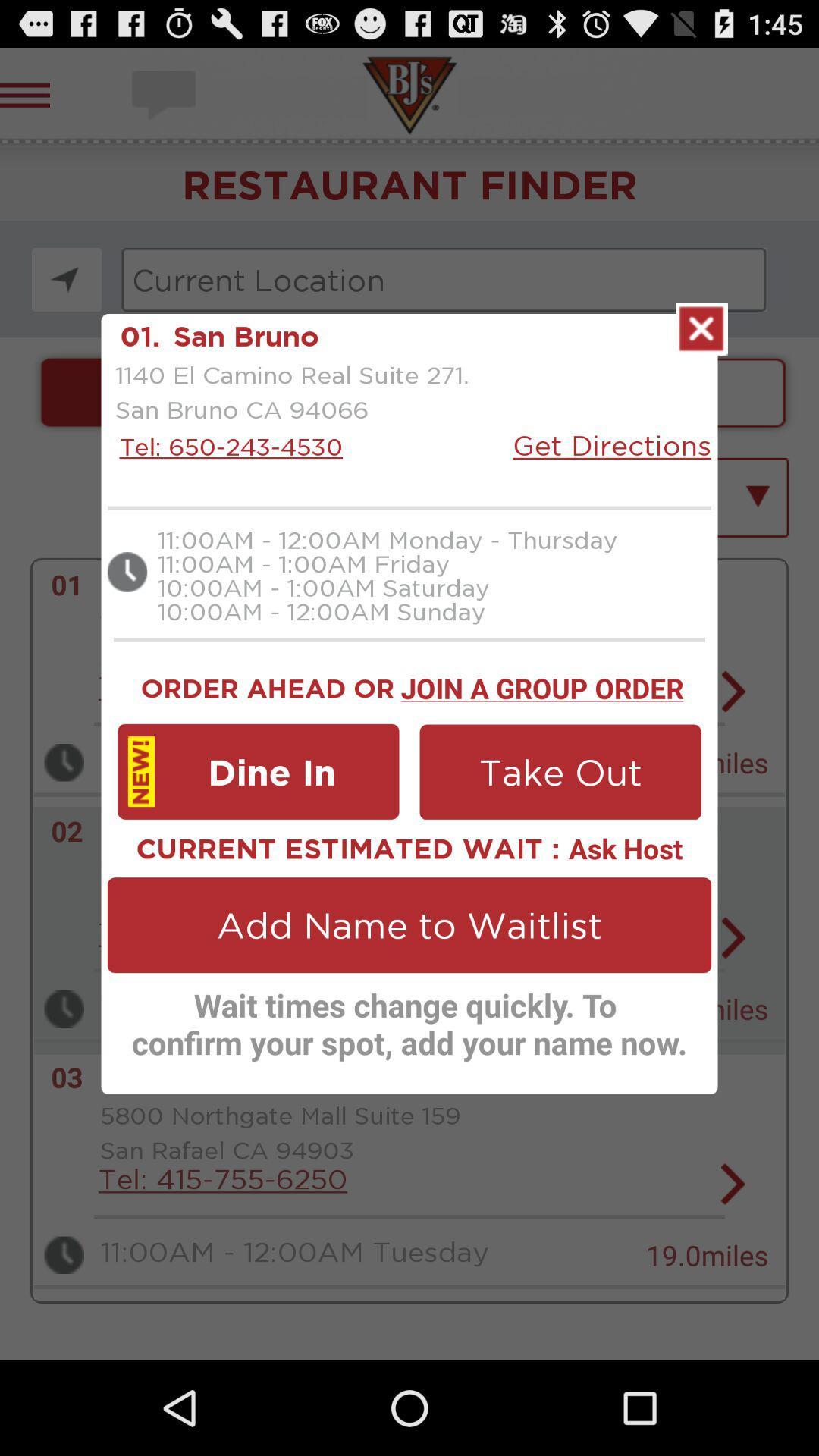 The width and height of the screenshot is (819, 1456). What do you see at coordinates (701, 328) in the screenshot?
I see `the page` at bounding box center [701, 328].